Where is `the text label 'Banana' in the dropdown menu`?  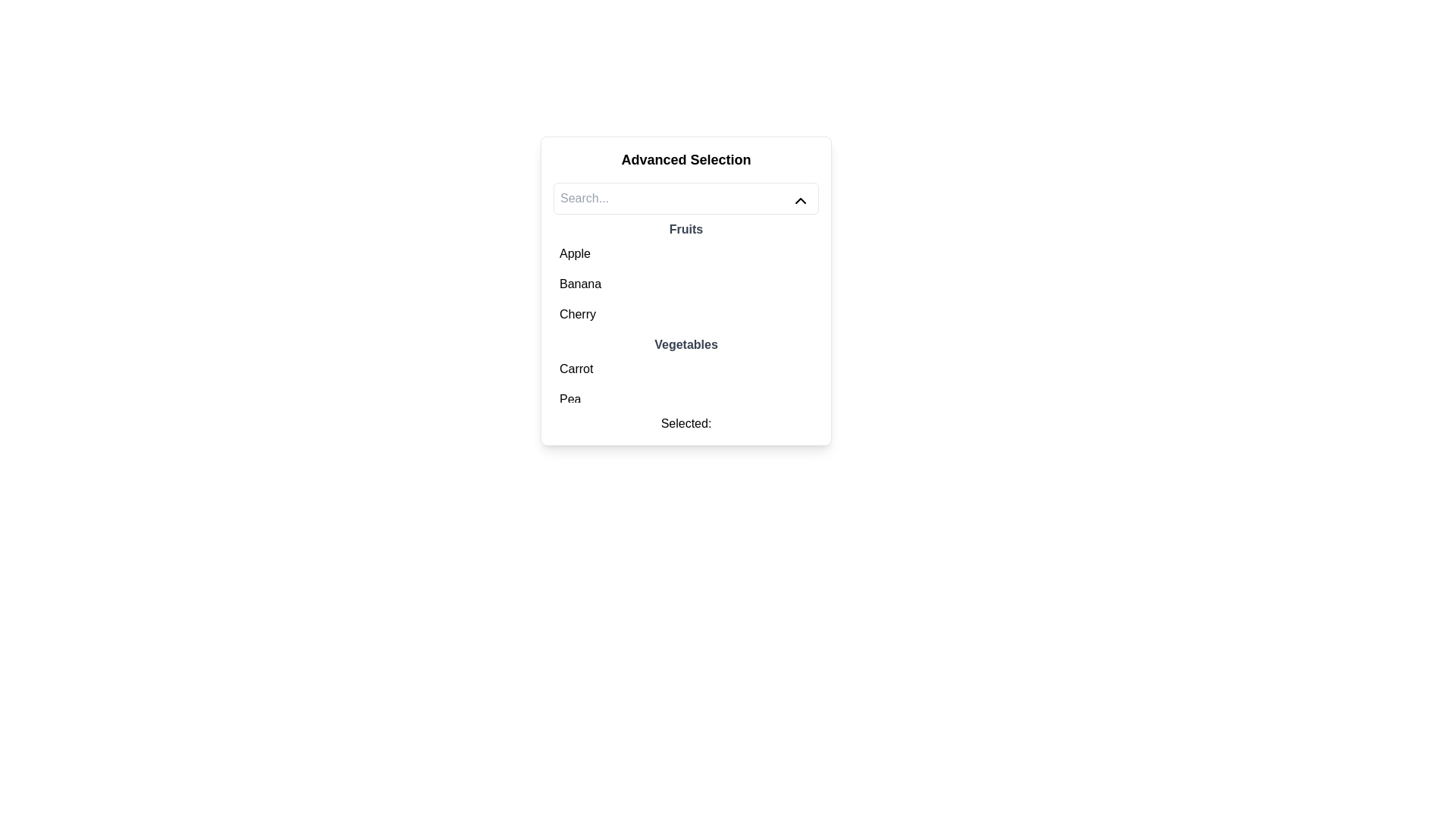
the text label 'Banana' in the dropdown menu is located at coordinates (579, 284).